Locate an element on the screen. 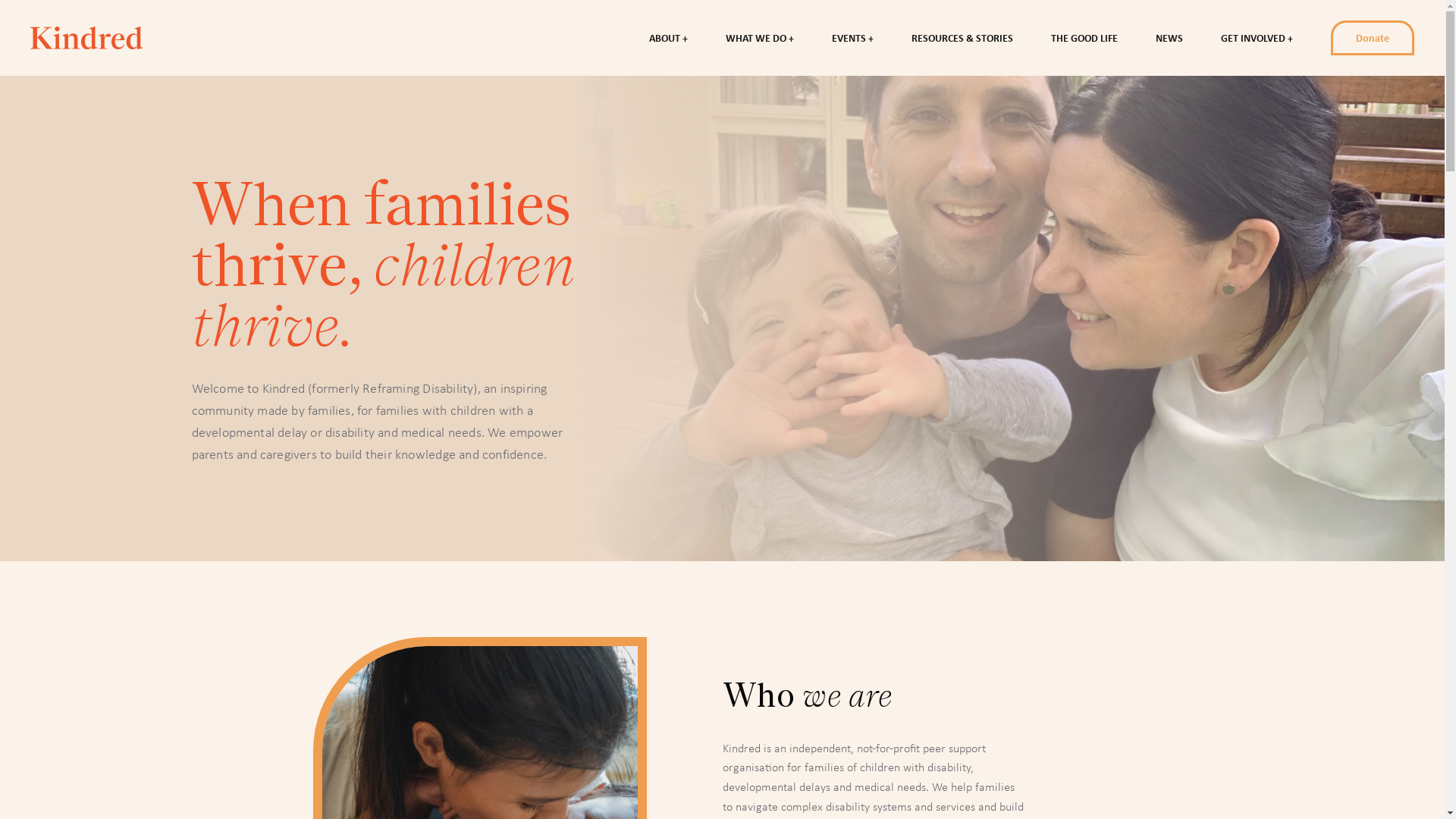 The width and height of the screenshot is (1456, 819). 'Donate' is located at coordinates (1372, 37).